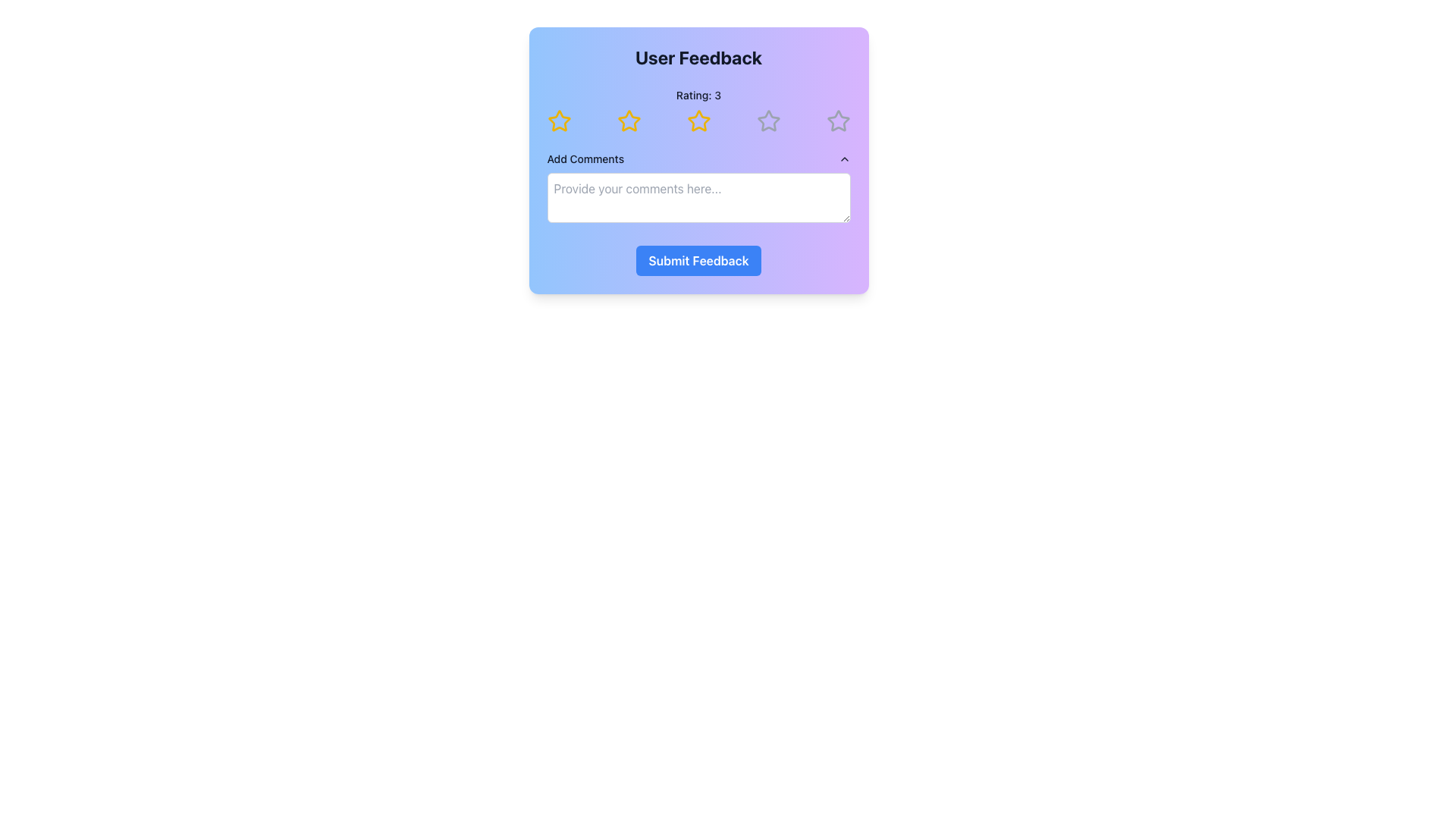  What do you see at coordinates (698, 120) in the screenshot?
I see `the third yellow star icon in the rating section of the feedback dialog box` at bounding box center [698, 120].